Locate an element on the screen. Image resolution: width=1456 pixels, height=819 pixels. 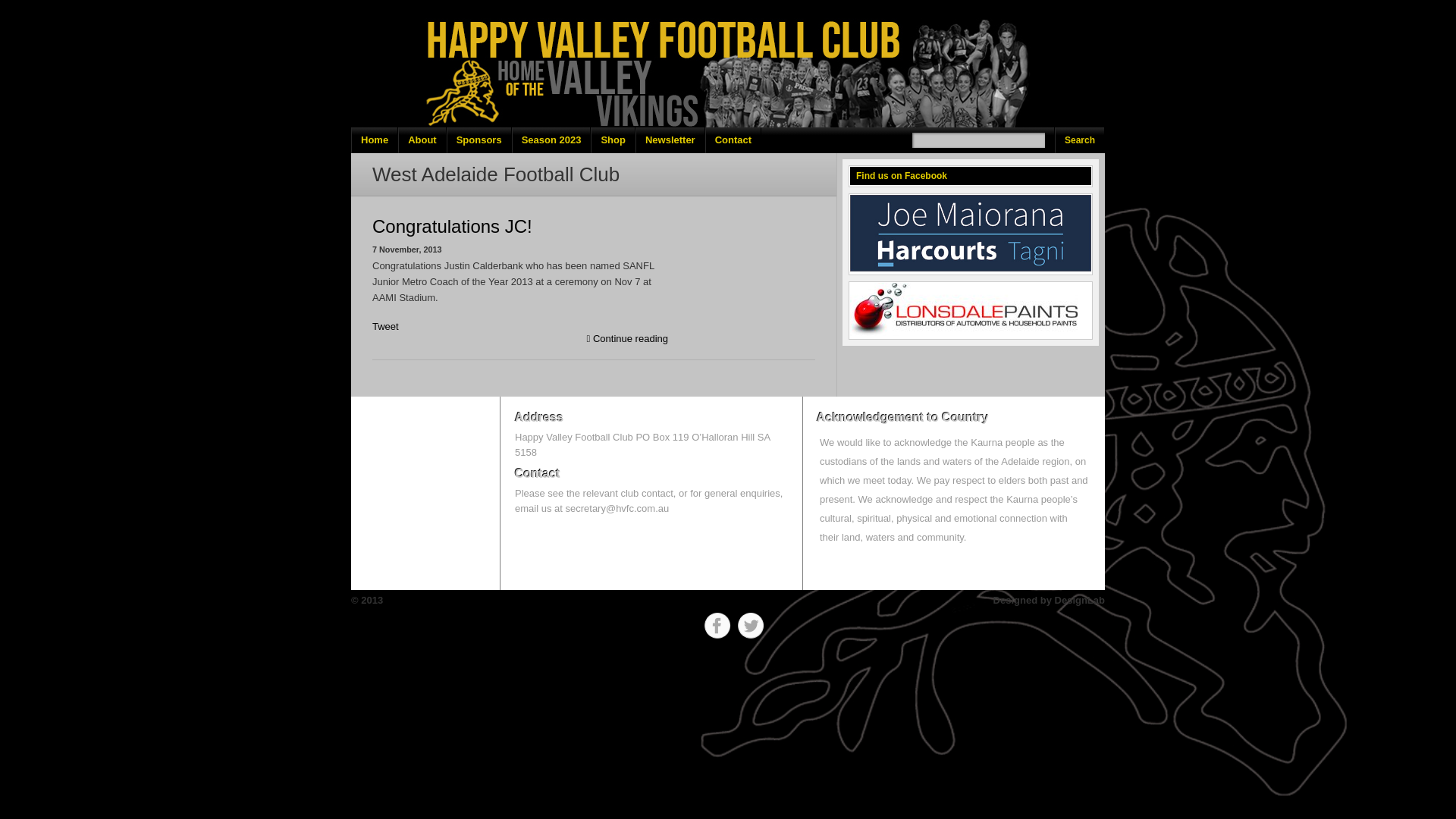
'Search' is located at coordinates (1079, 140).